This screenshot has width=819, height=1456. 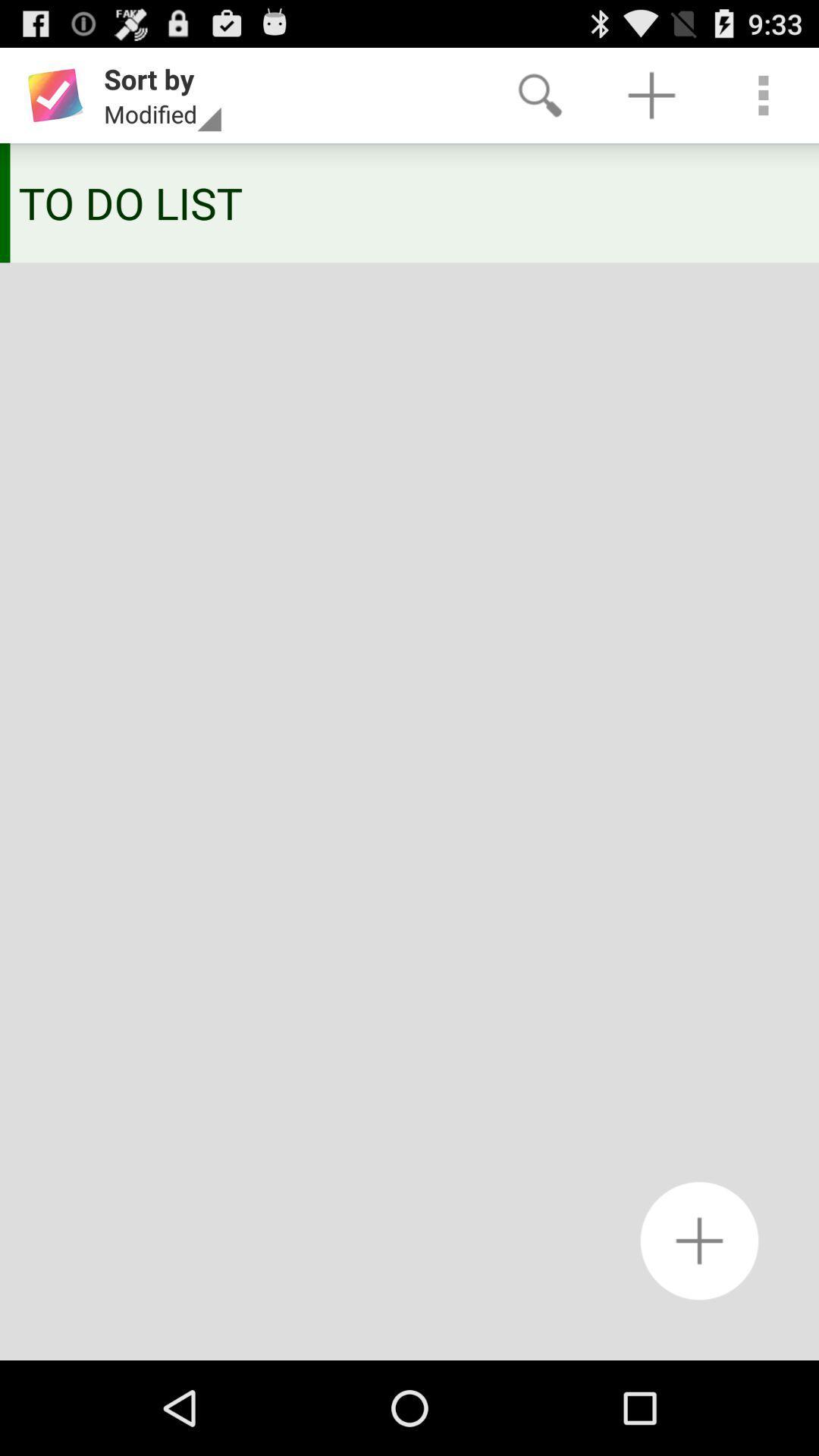 I want to click on the to do list icon, so click(x=403, y=202).